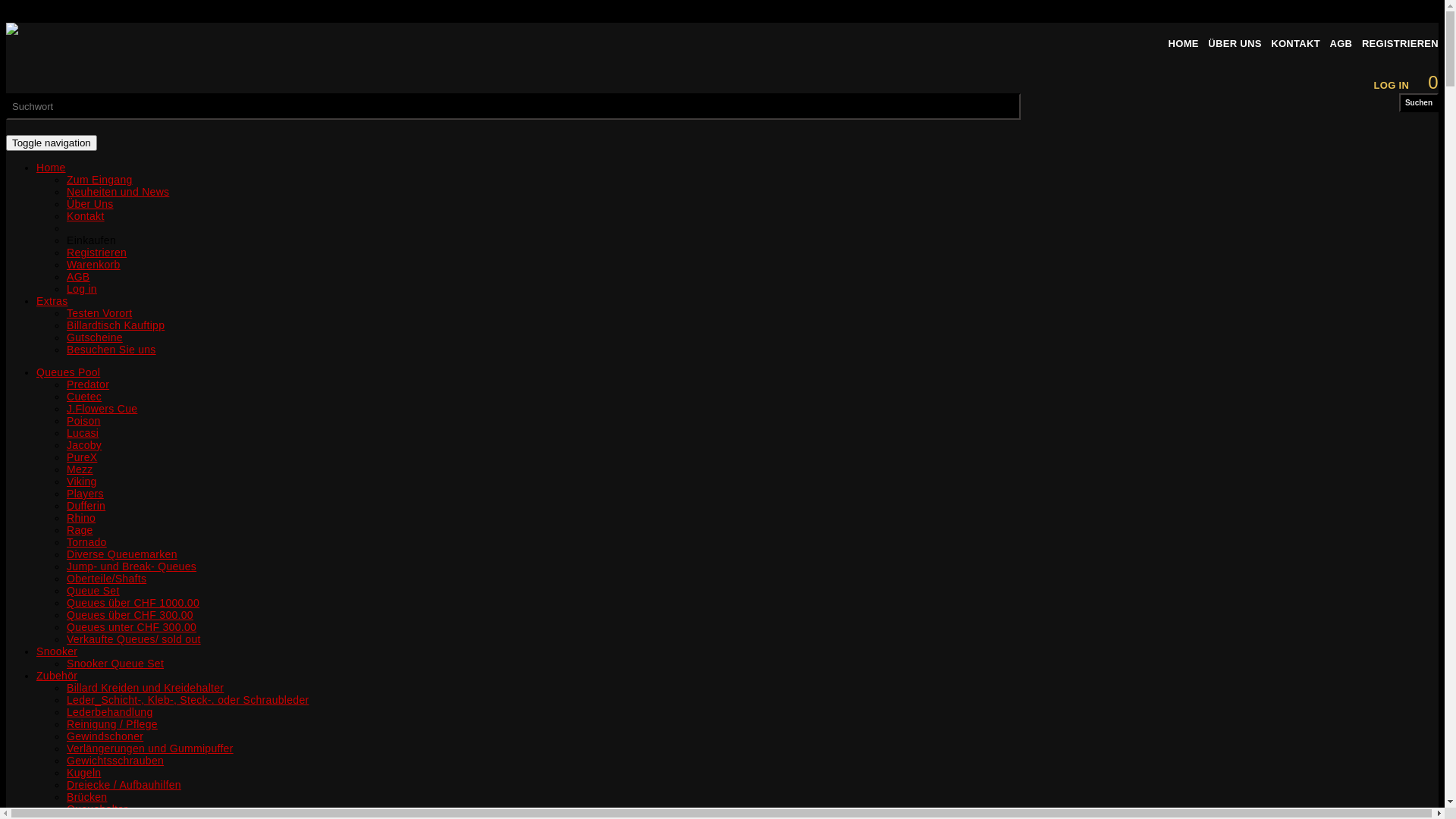 Image resolution: width=1456 pixels, height=819 pixels. Describe the element at coordinates (1399, 42) in the screenshot. I see `'REGISTRIEREN'` at that location.